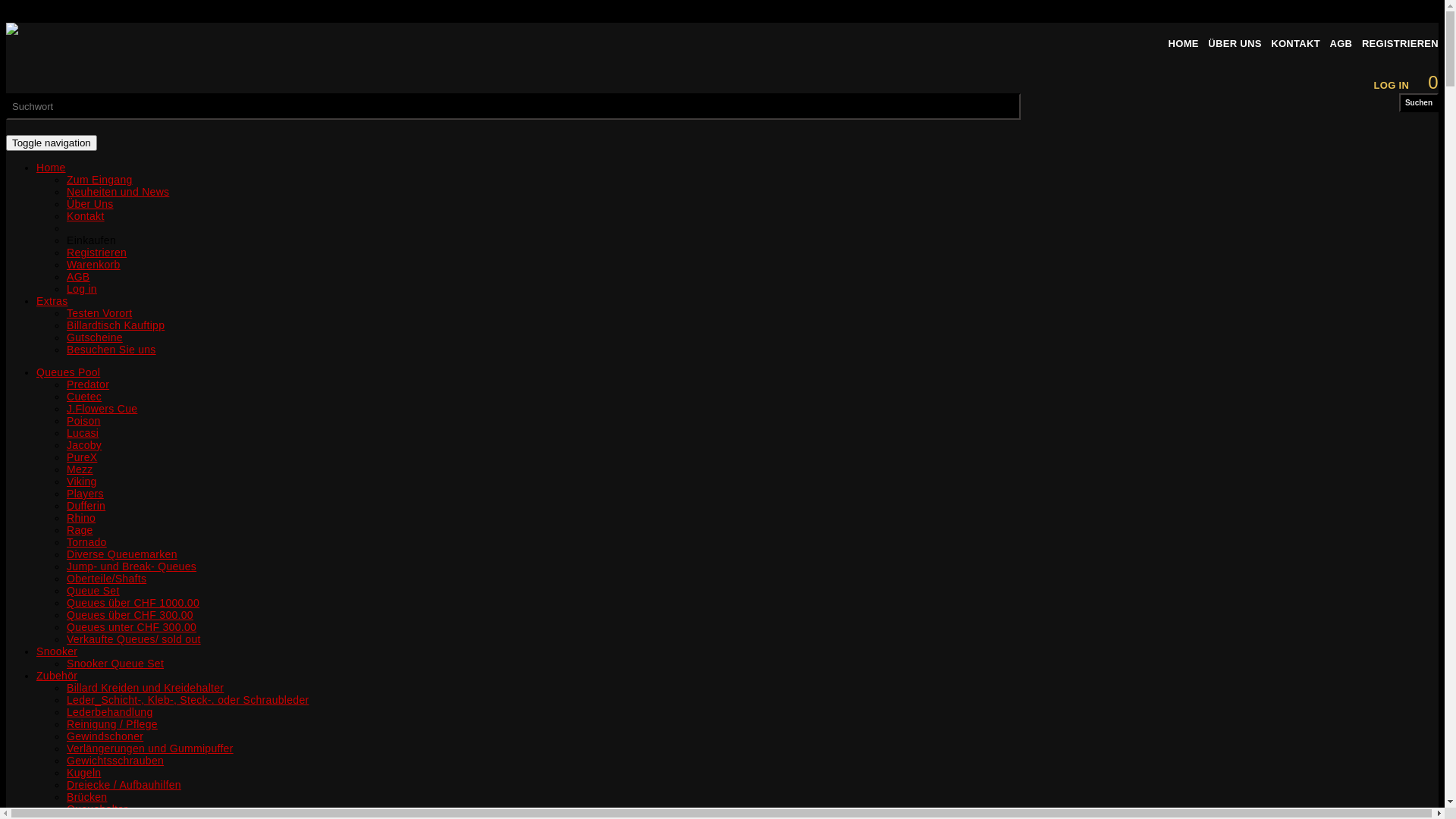 Image resolution: width=1456 pixels, height=819 pixels. Describe the element at coordinates (1399, 42) in the screenshot. I see `'REGISTRIEREN'` at that location.